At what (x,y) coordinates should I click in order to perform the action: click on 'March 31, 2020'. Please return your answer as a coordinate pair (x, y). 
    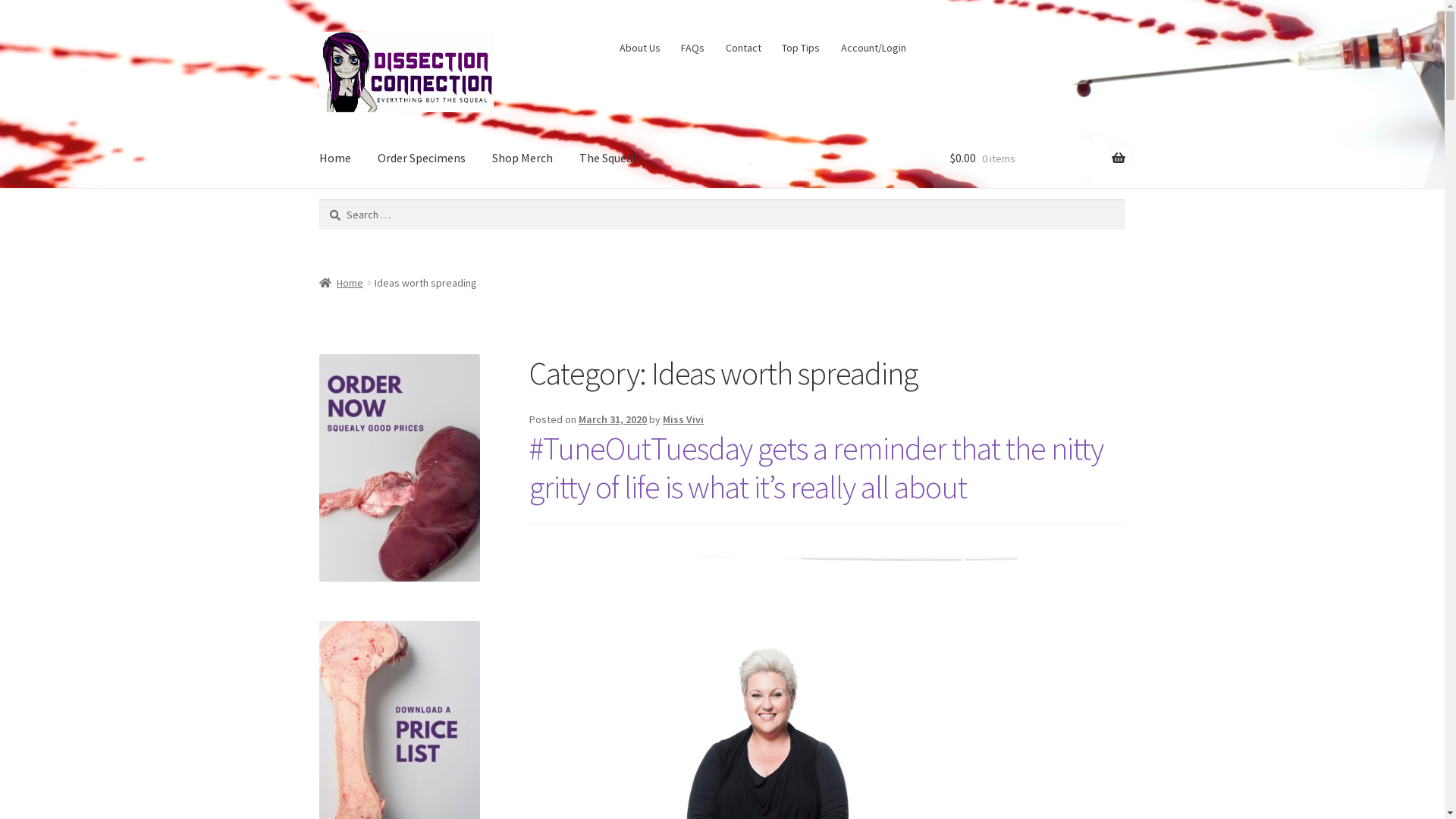
    Looking at the image, I should click on (612, 419).